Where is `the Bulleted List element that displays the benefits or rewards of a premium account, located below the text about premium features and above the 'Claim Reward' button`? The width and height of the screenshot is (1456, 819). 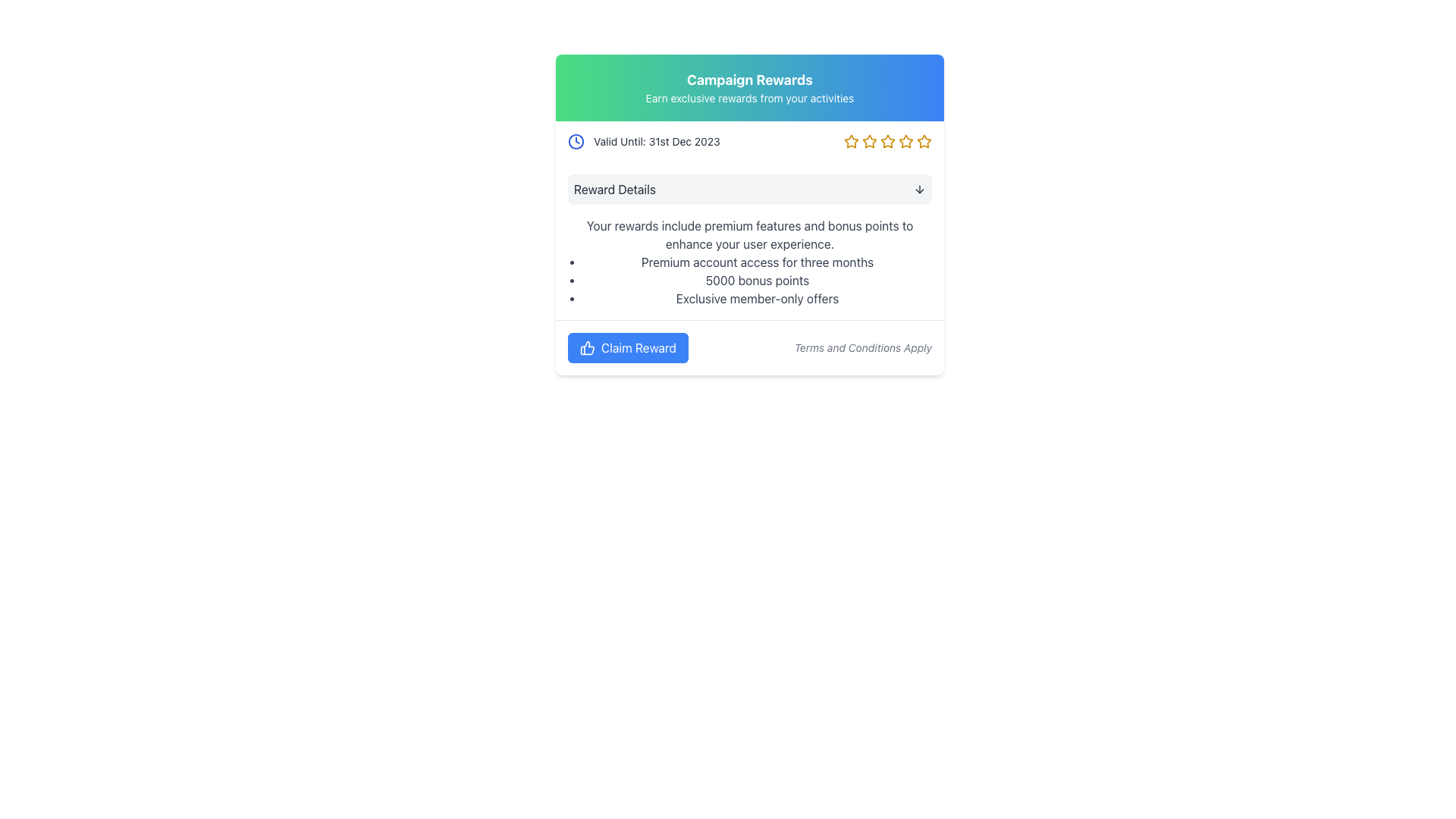 the Bulleted List element that displays the benefits or rewards of a premium account, located below the text about premium features and above the 'Claim Reward' button is located at coordinates (749, 281).